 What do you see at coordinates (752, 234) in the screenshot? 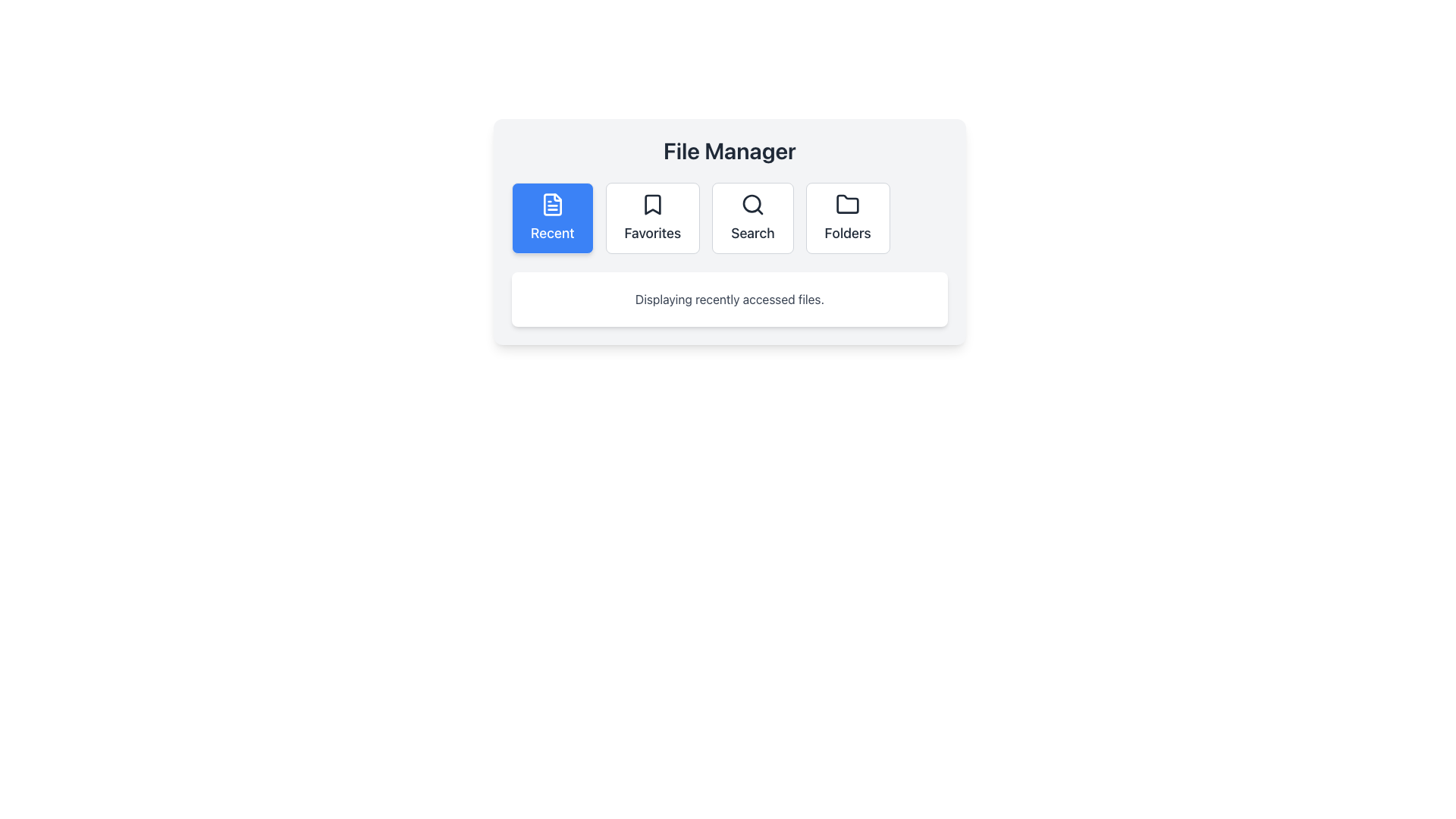
I see `the 'Search' text label, which is the third element in the 'File Manager' interface, positioned vertically below the magnifying glass icon` at bounding box center [752, 234].